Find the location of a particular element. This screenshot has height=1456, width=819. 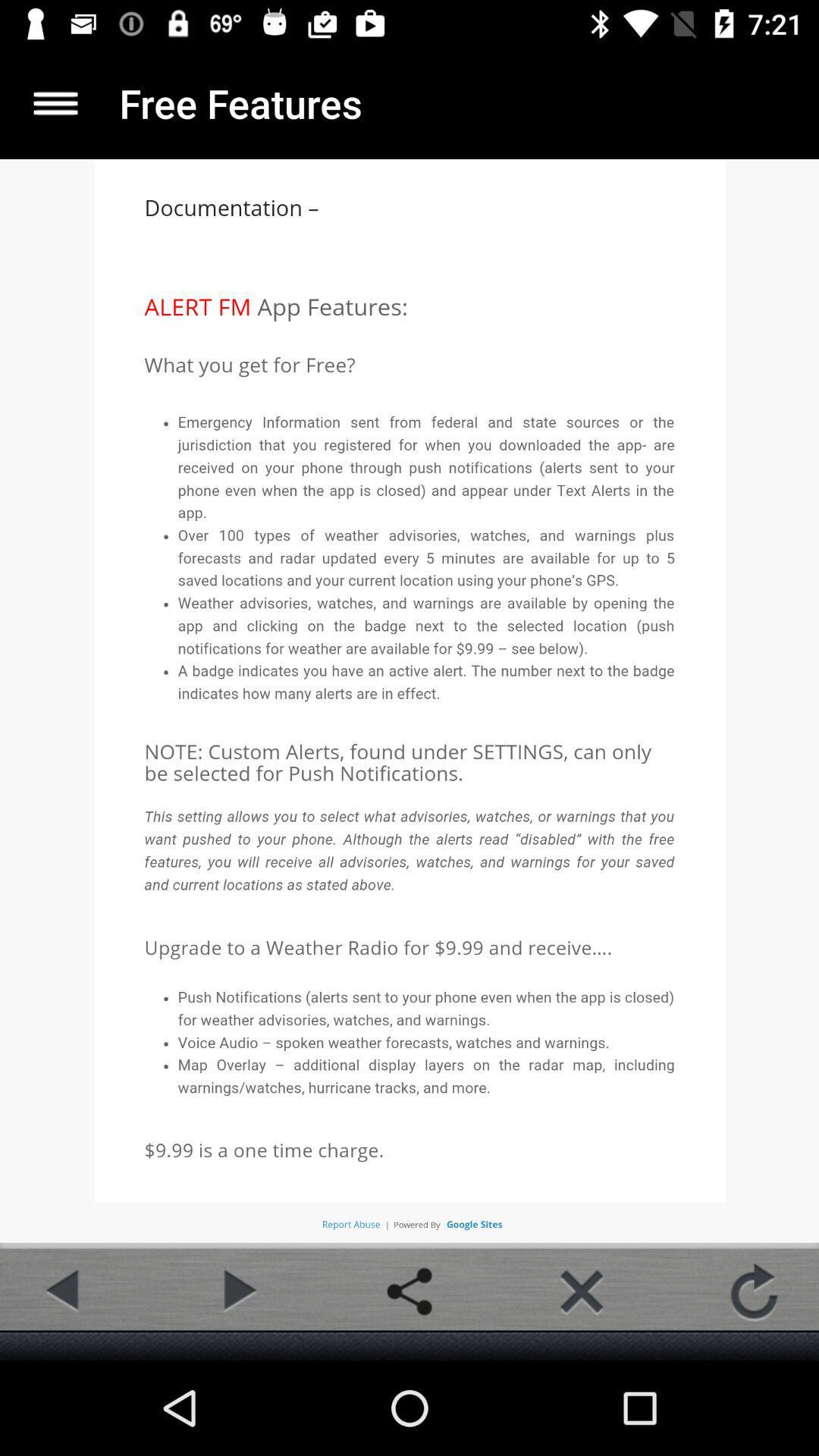

the share icon is located at coordinates (409, 1291).